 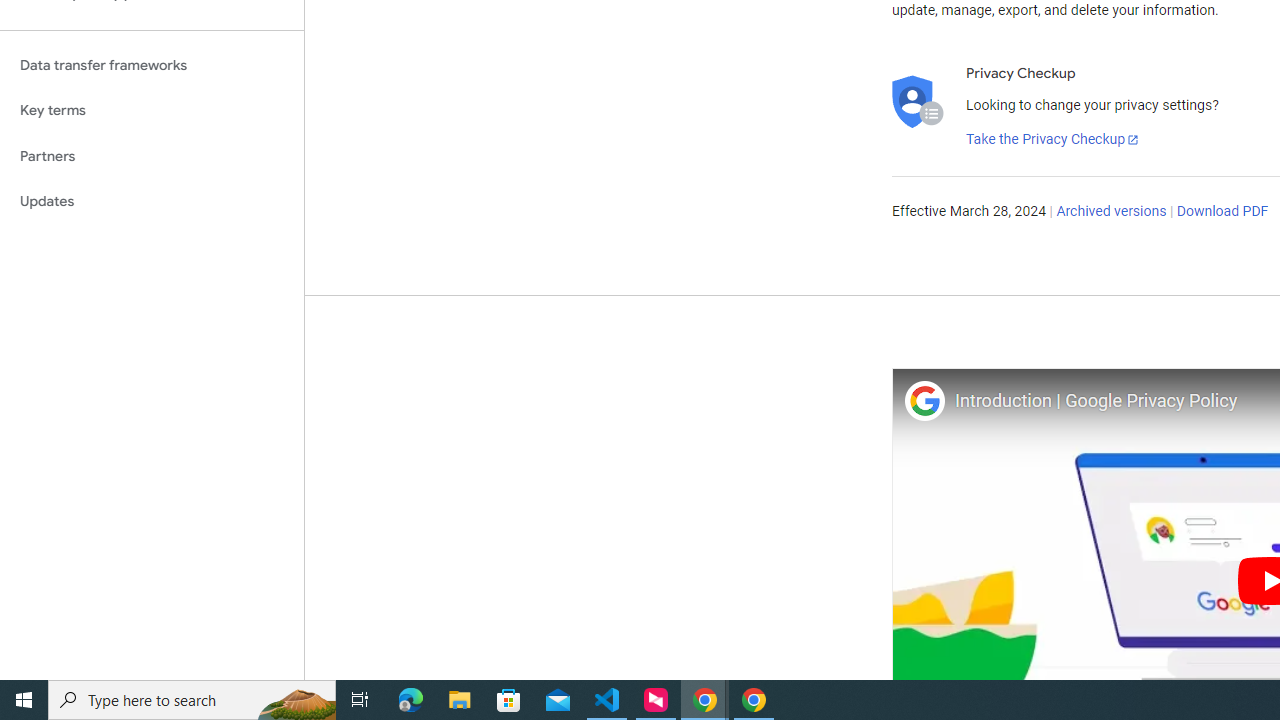 What do you see at coordinates (1221, 212) in the screenshot?
I see `'Download PDF'` at bounding box center [1221, 212].